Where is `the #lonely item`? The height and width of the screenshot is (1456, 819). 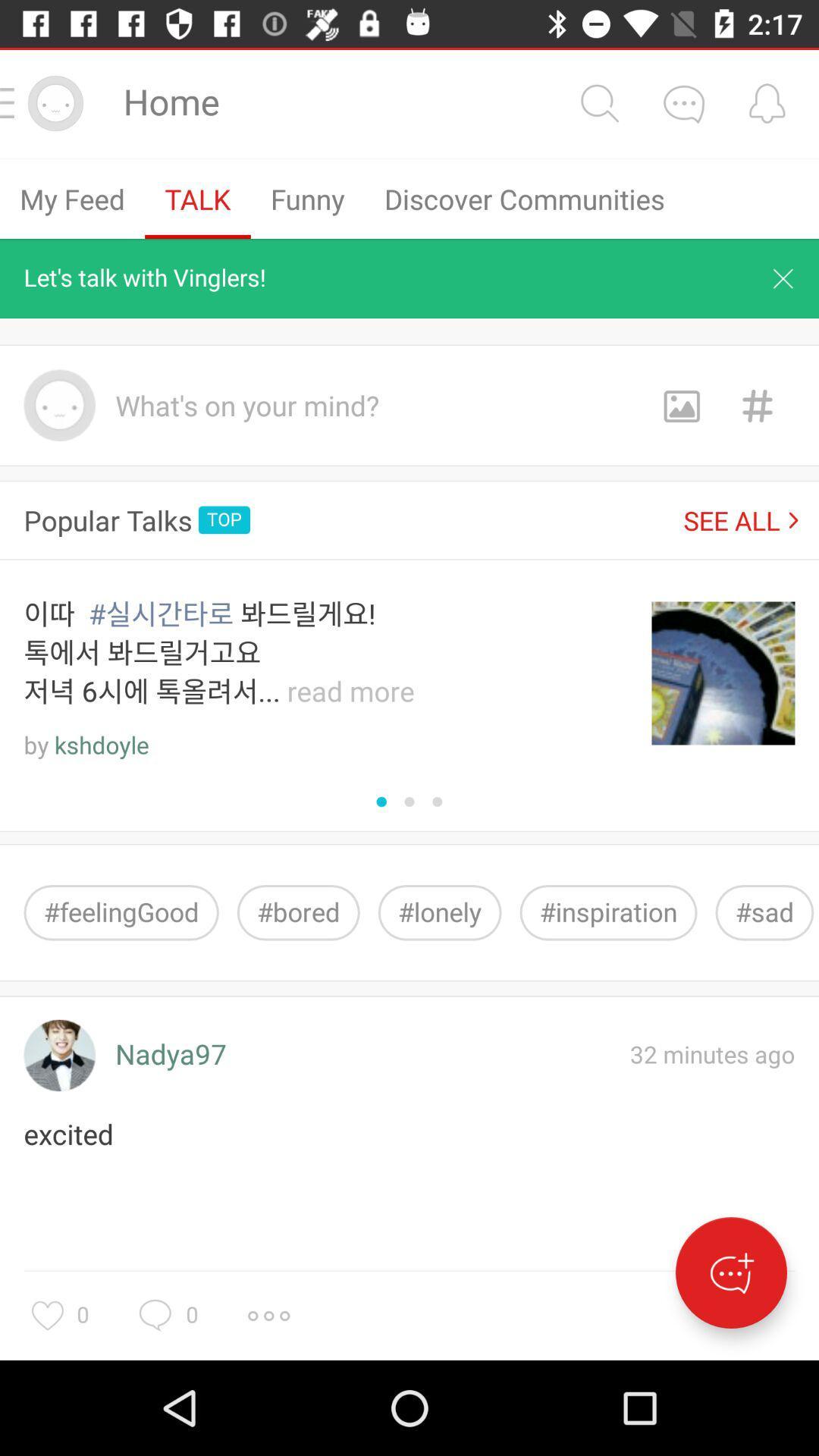 the #lonely item is located at coordinates (440, 912).